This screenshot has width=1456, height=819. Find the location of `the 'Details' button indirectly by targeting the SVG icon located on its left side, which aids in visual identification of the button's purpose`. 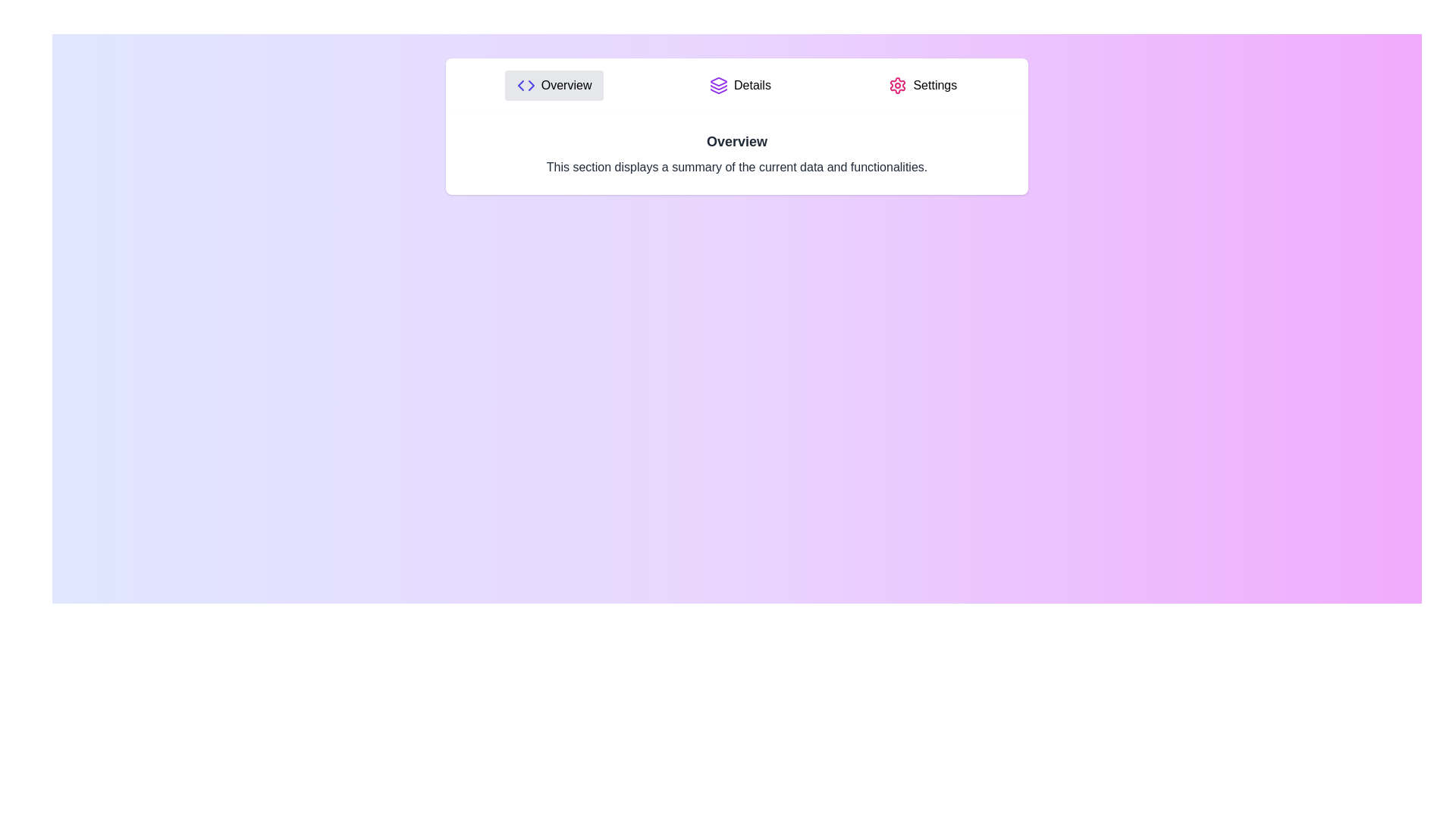

the 'Details' button indirectly by targeting the SVG icon located on its left side, which aids in visual identification of the button's purpose is located at coordinates (717, 85).